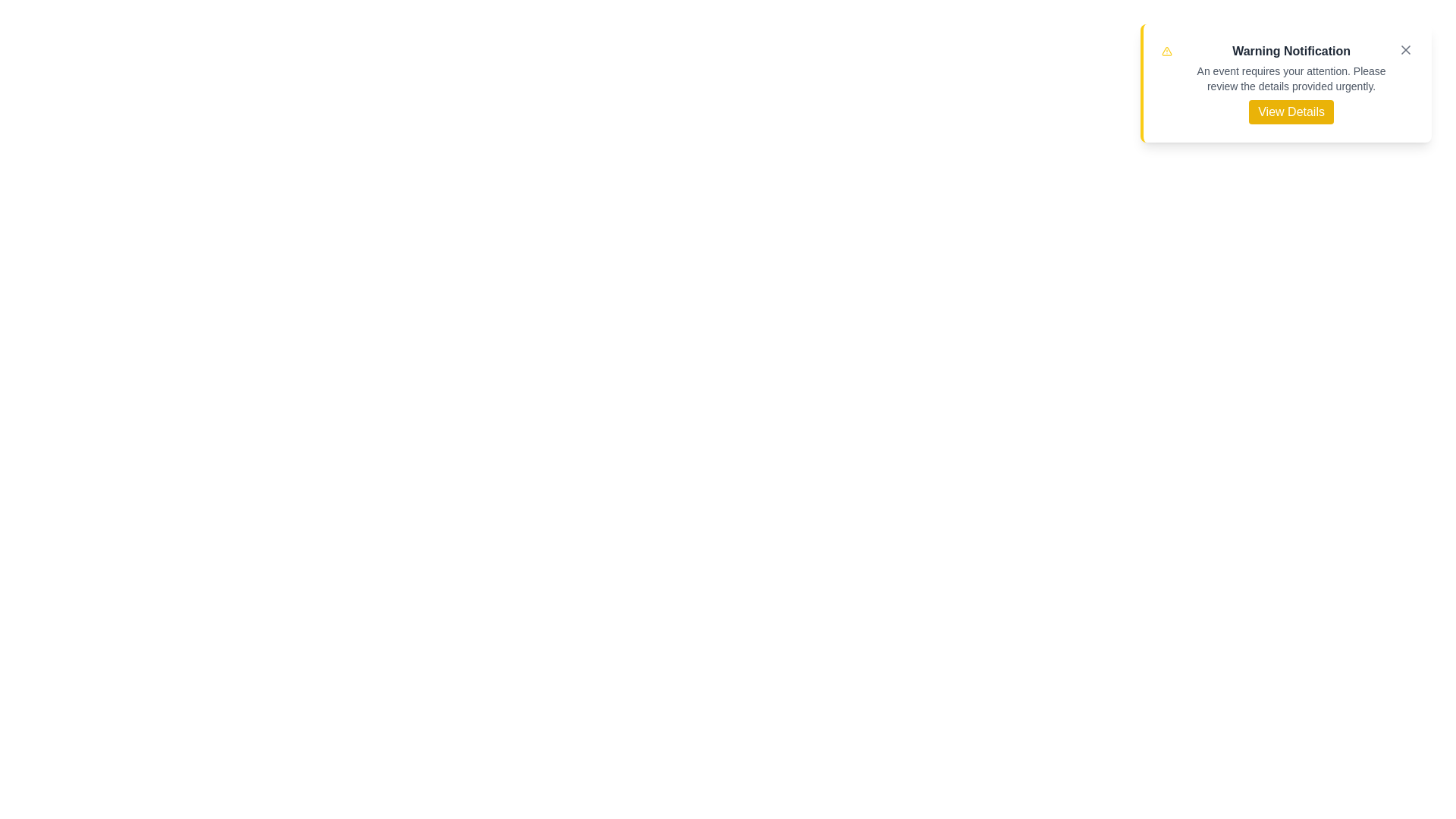 The image size is (1456, 819). I want to click on the dismiss button located at the top right corner of the notification, so click(1404, 49).